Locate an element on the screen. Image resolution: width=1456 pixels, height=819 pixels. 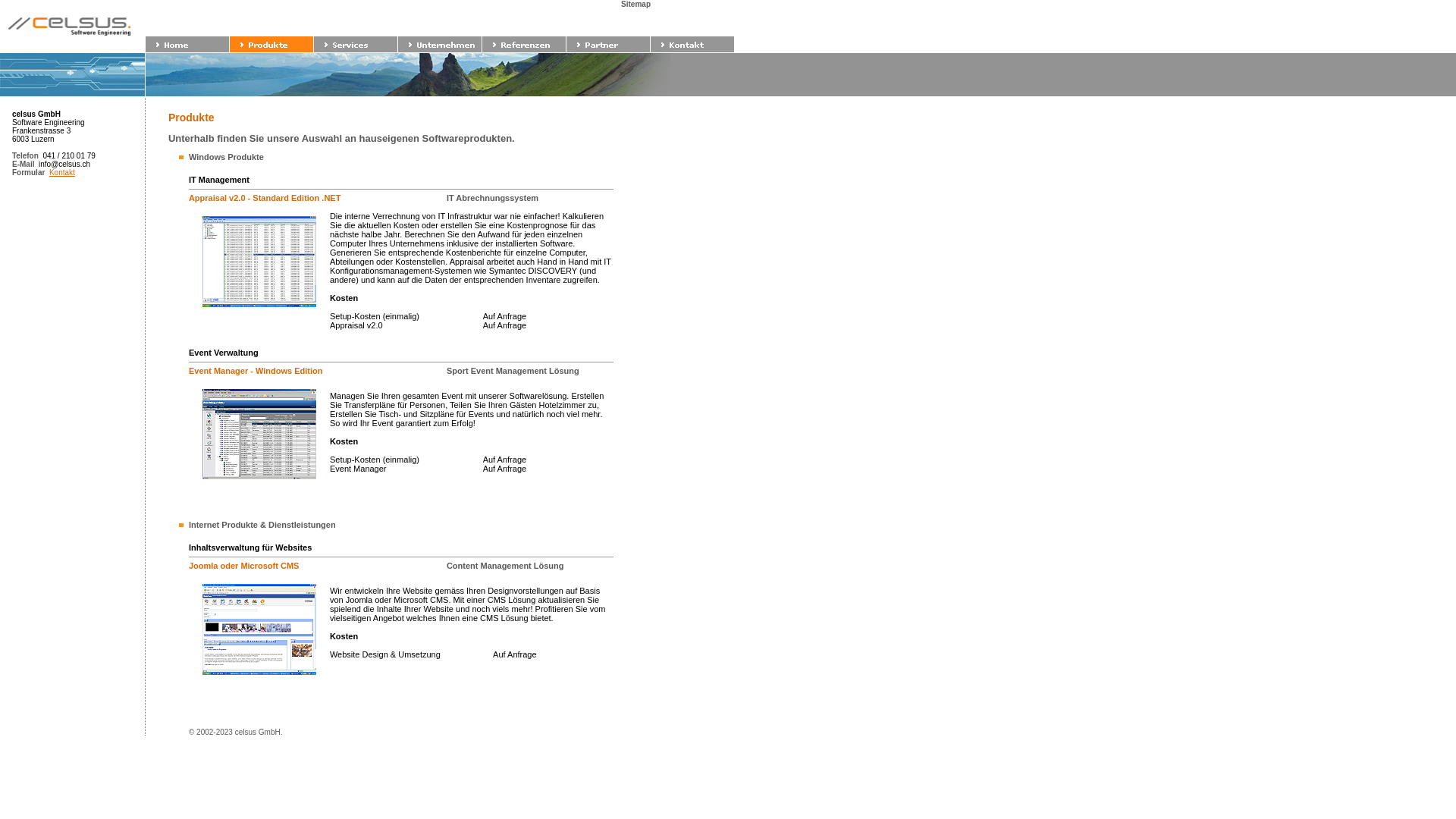
'Kontakt' is located at coordinates (61, 171).